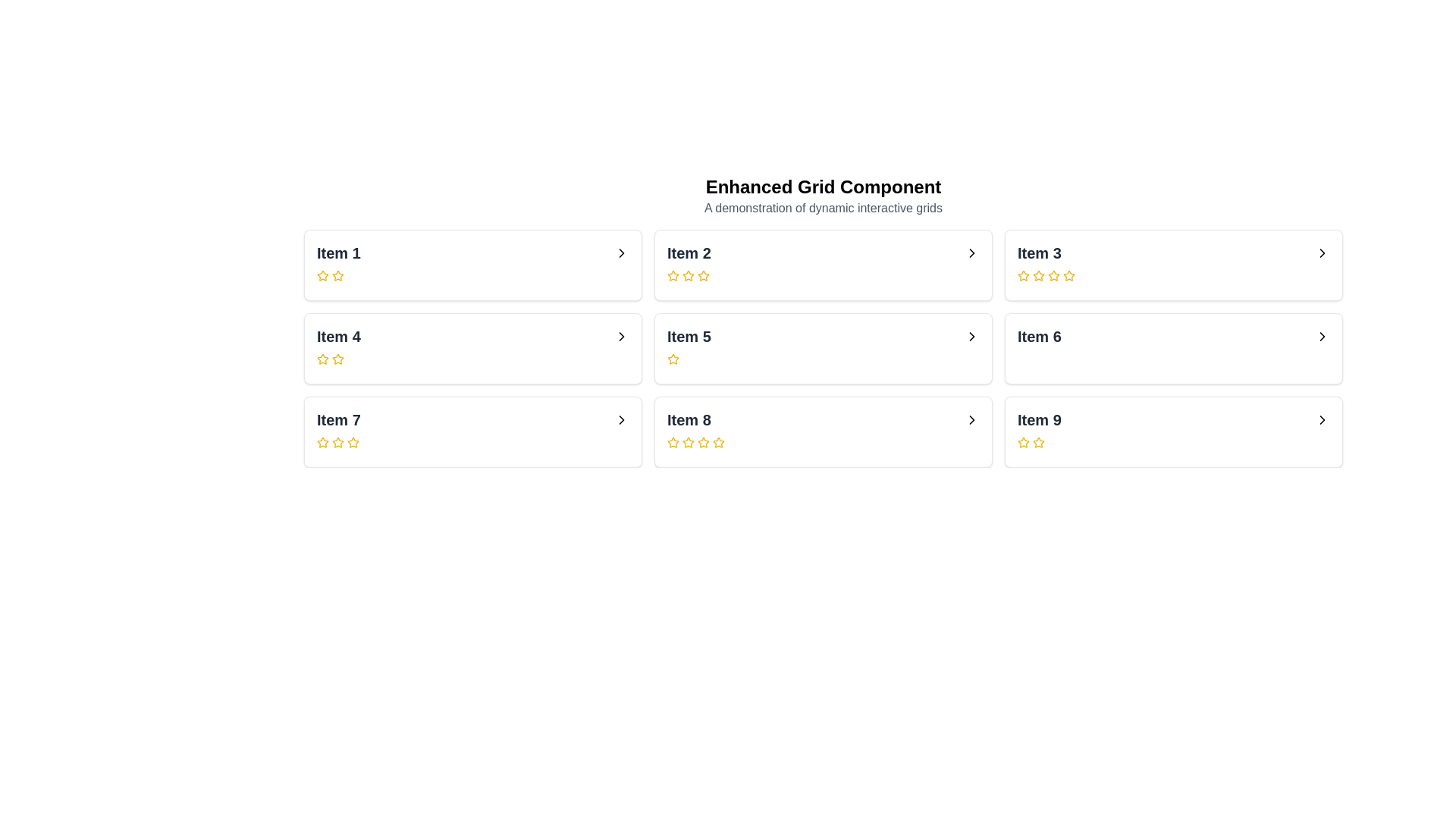 The height and width of the screenshot is (819, 1456). I want to click on the text label reading 'Item 8', which is set in bold and large font and is located in the second row, third column of the grid layout, so click(688, 420).